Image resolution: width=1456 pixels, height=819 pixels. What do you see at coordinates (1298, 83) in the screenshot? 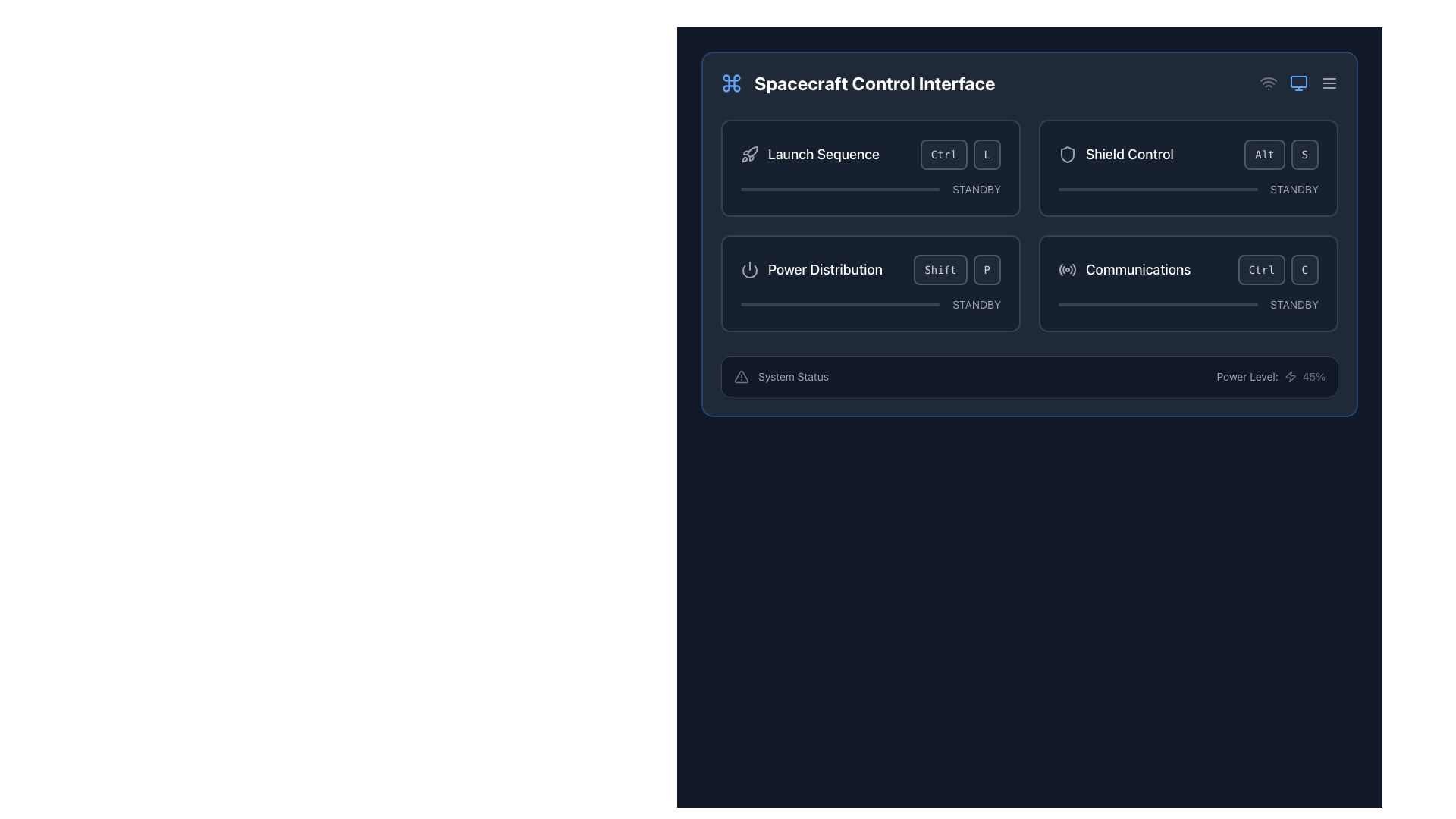
I see `the blue computer monitor icon located in the upper-right corner of the interface, positioned second in a row of three icons` at bounding box center [1298, 83].